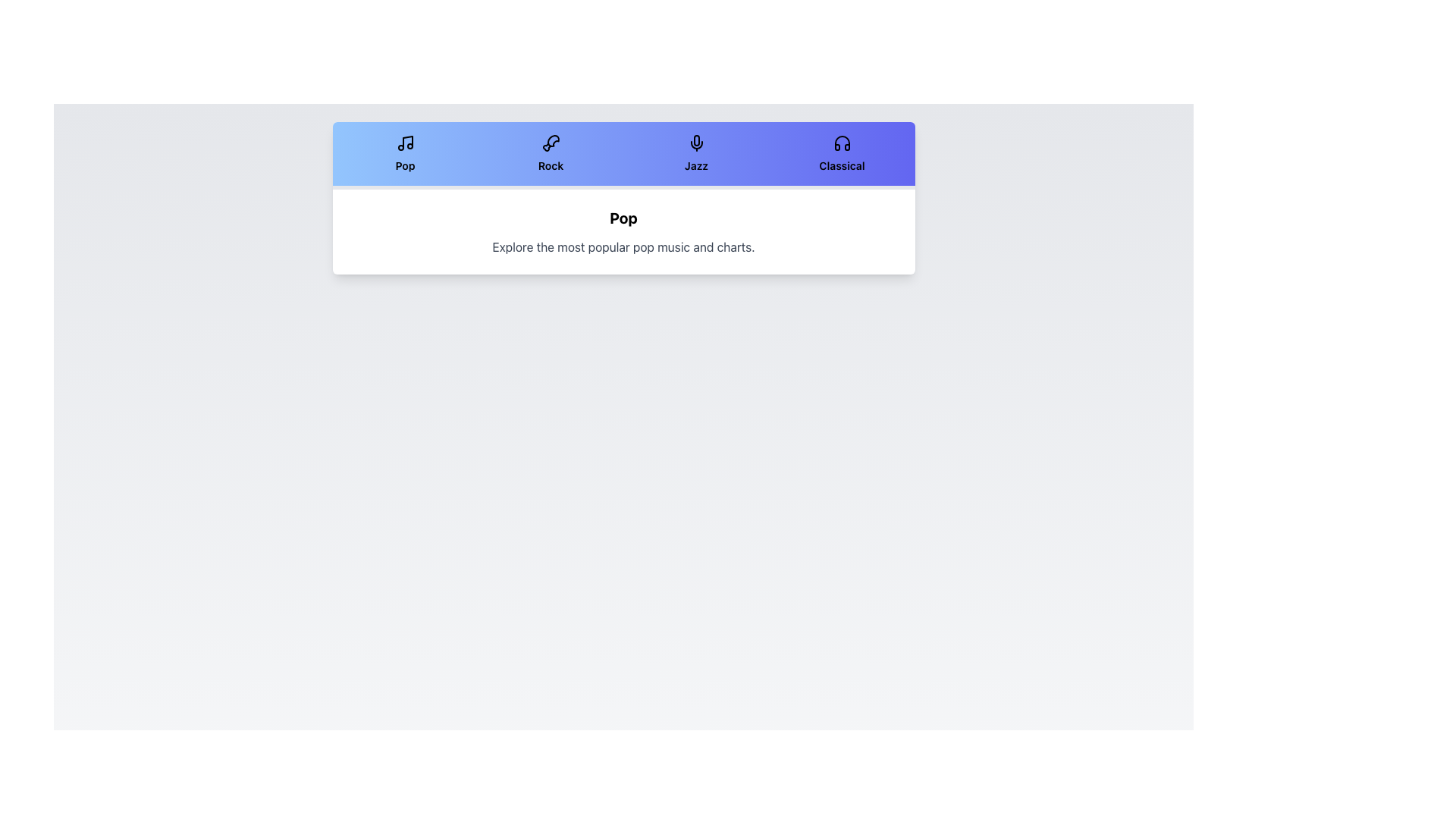 The image size is (1456, 819). Describe the element at coordinates (550, 143) in the screenshot. I see `the drumstick icon in the navigation bar` at that location.